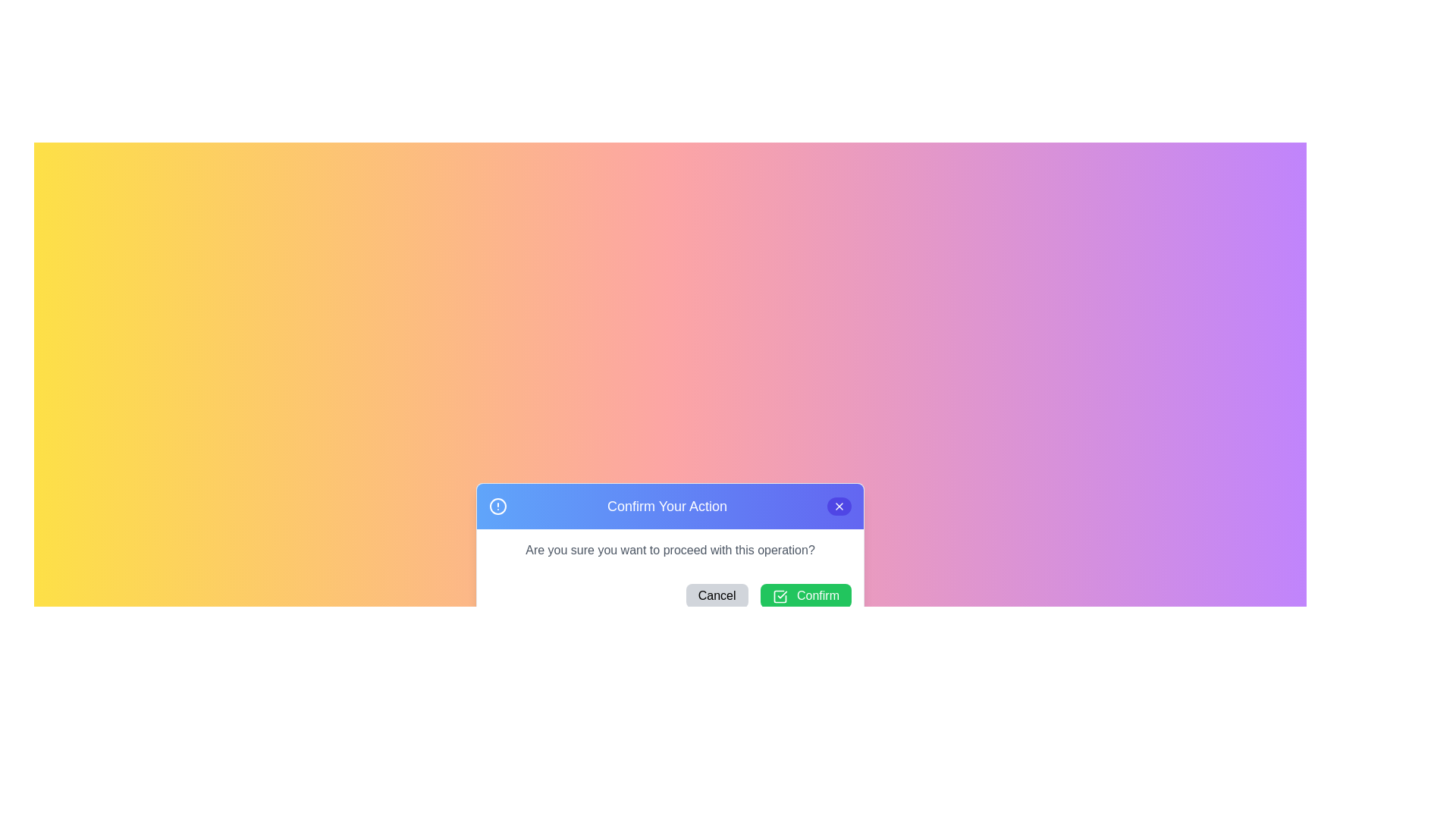  I want to click on the 'Cancel' button located at the bottom section of the modal/dialog box, which is styled with a light gray background and contains bold black text, so click(716, 595).